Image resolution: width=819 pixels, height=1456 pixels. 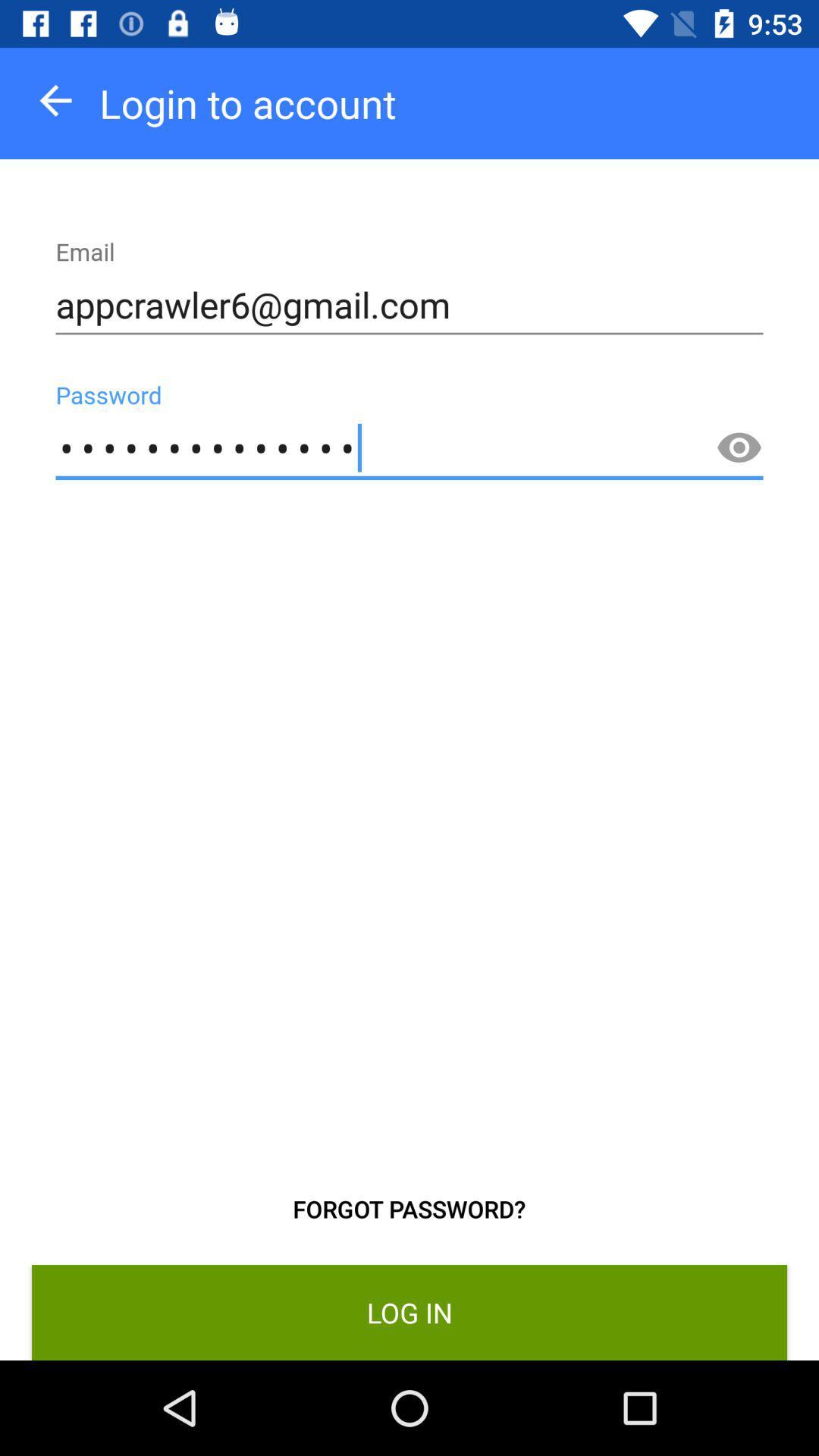 What do you see at coordinates (409, 304) in the screenshot?
I see `the appcrawler6@gmail.com icon` at bounding box center [409, 304].